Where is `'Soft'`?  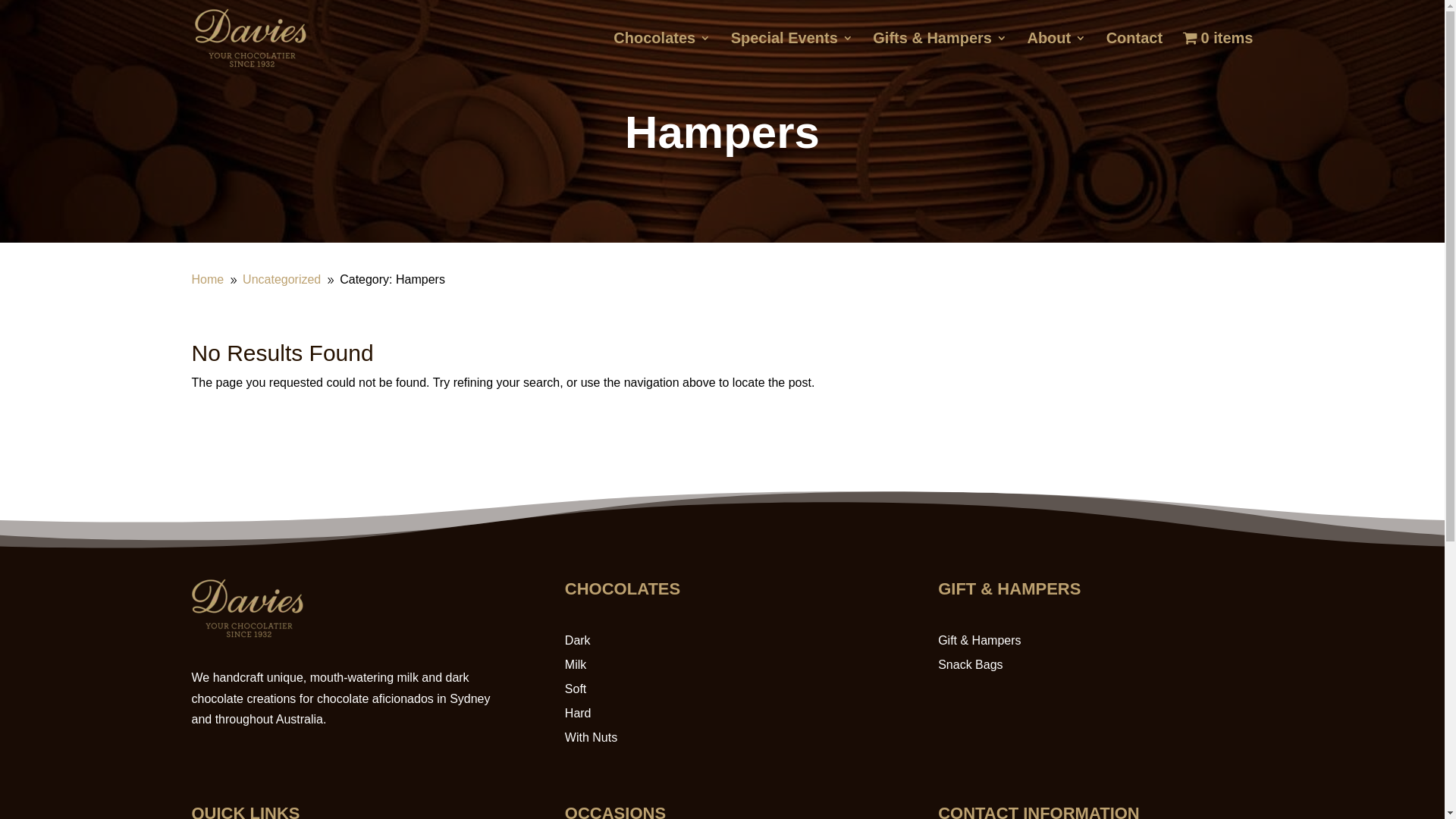
'Soft' is located at coordinates (574, 689).